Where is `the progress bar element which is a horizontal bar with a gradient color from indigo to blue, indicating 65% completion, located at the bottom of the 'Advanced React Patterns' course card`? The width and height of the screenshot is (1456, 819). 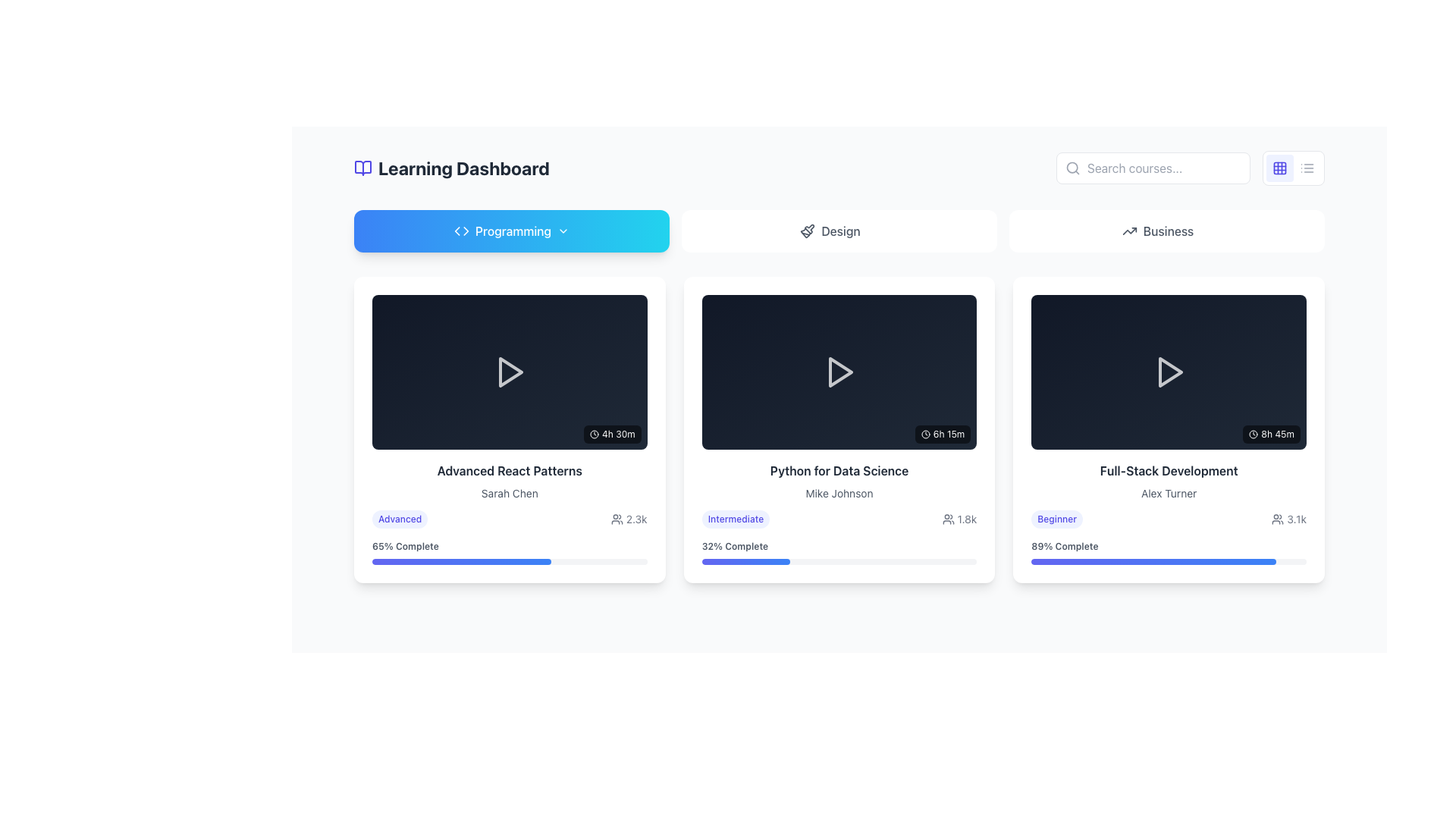 the progress bar element which is a horizontal bar with a gradient color from indigo to blue, indicating 65% completion, located at the bottom of the 'Advanced React Patterns' course card is located at coordinates (510, 561).